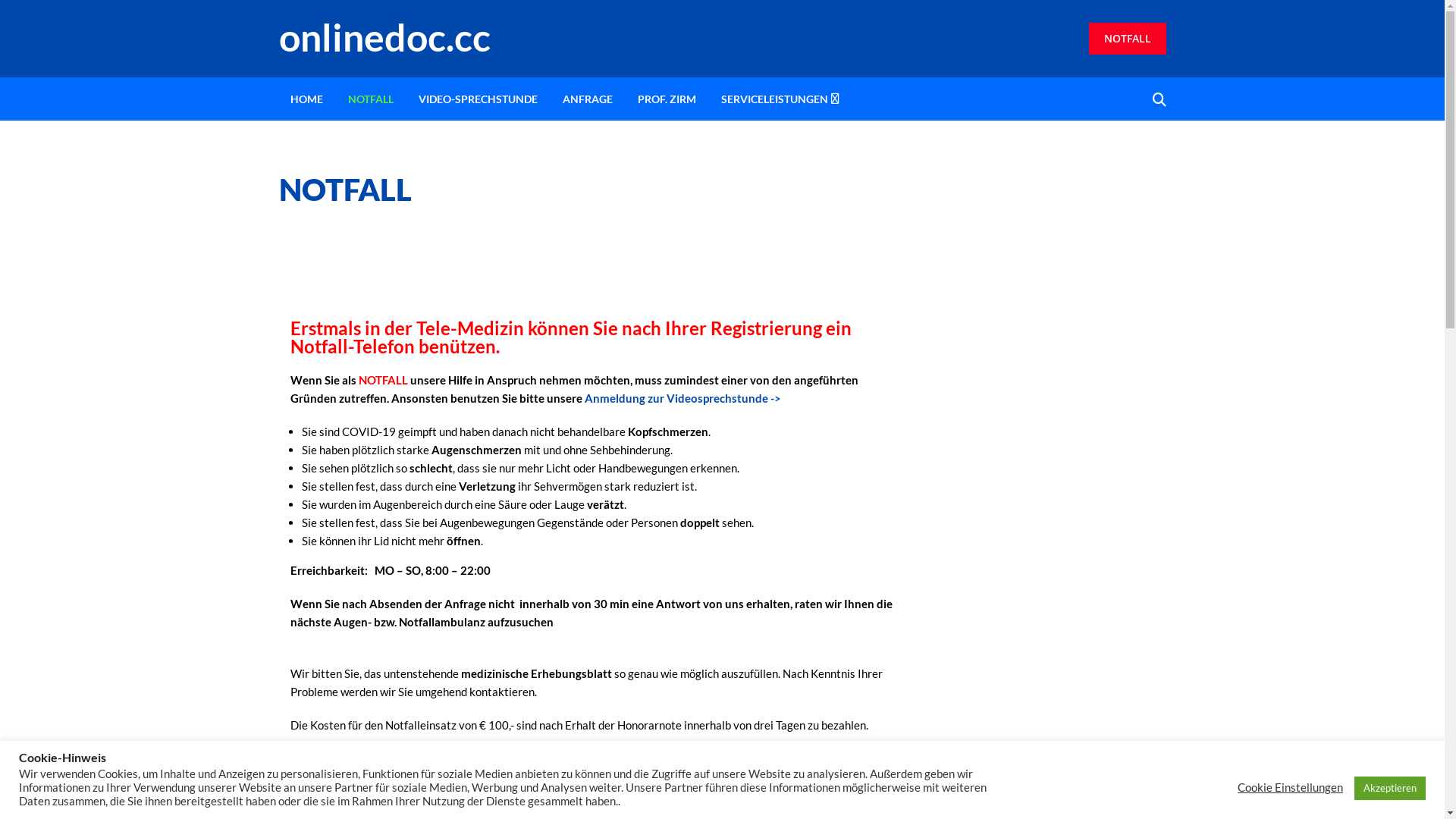  What do you see at coordinates (774, 99) in the screenshot?
I see `'SERVICELEISTUNGEN'` at bounding box center [774, 99].